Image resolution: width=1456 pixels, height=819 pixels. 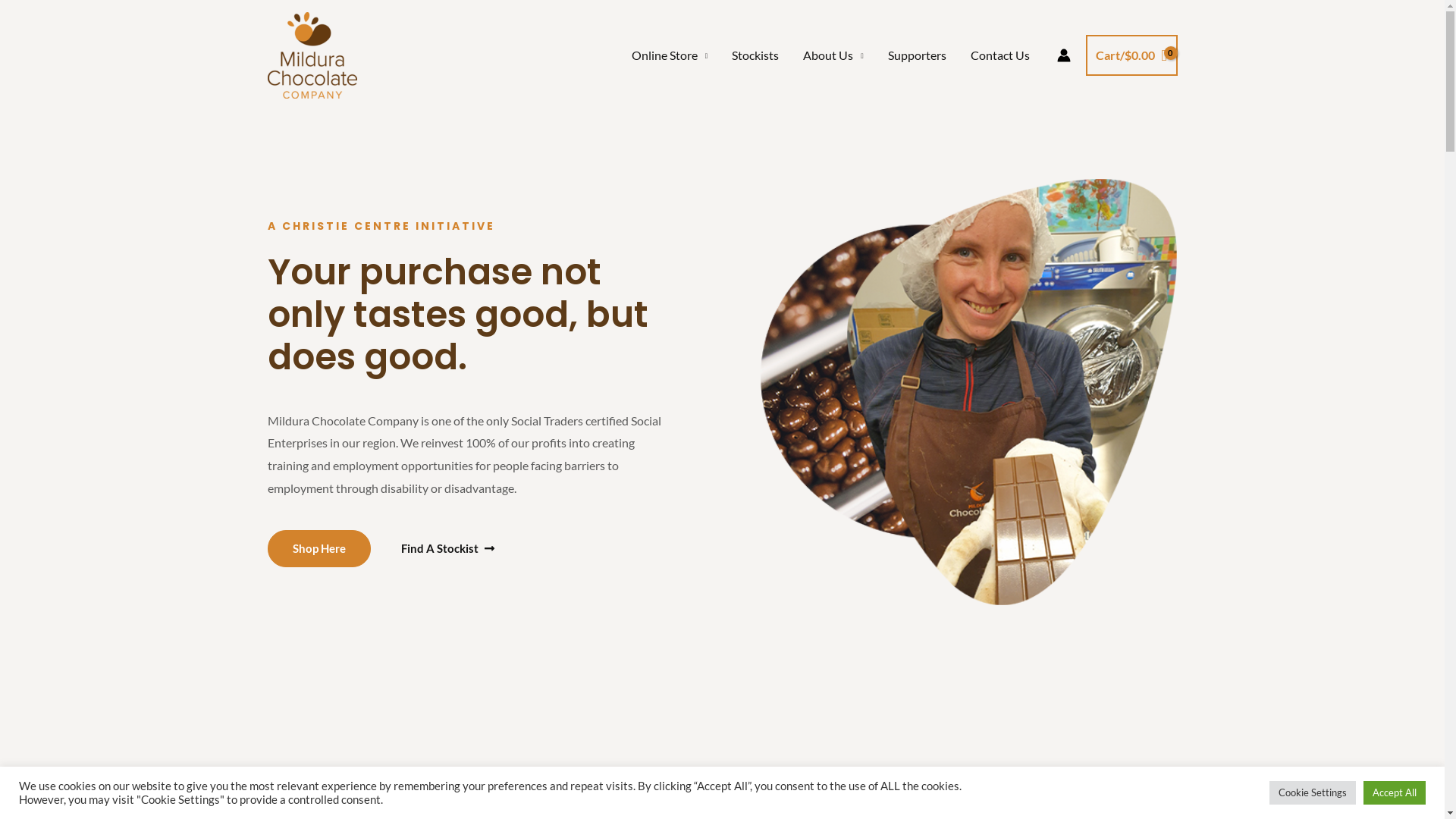 What do you see at coordinates (916, 55) in the screenshot?
I see `'Supporters'` at bounding box center [916, 55].